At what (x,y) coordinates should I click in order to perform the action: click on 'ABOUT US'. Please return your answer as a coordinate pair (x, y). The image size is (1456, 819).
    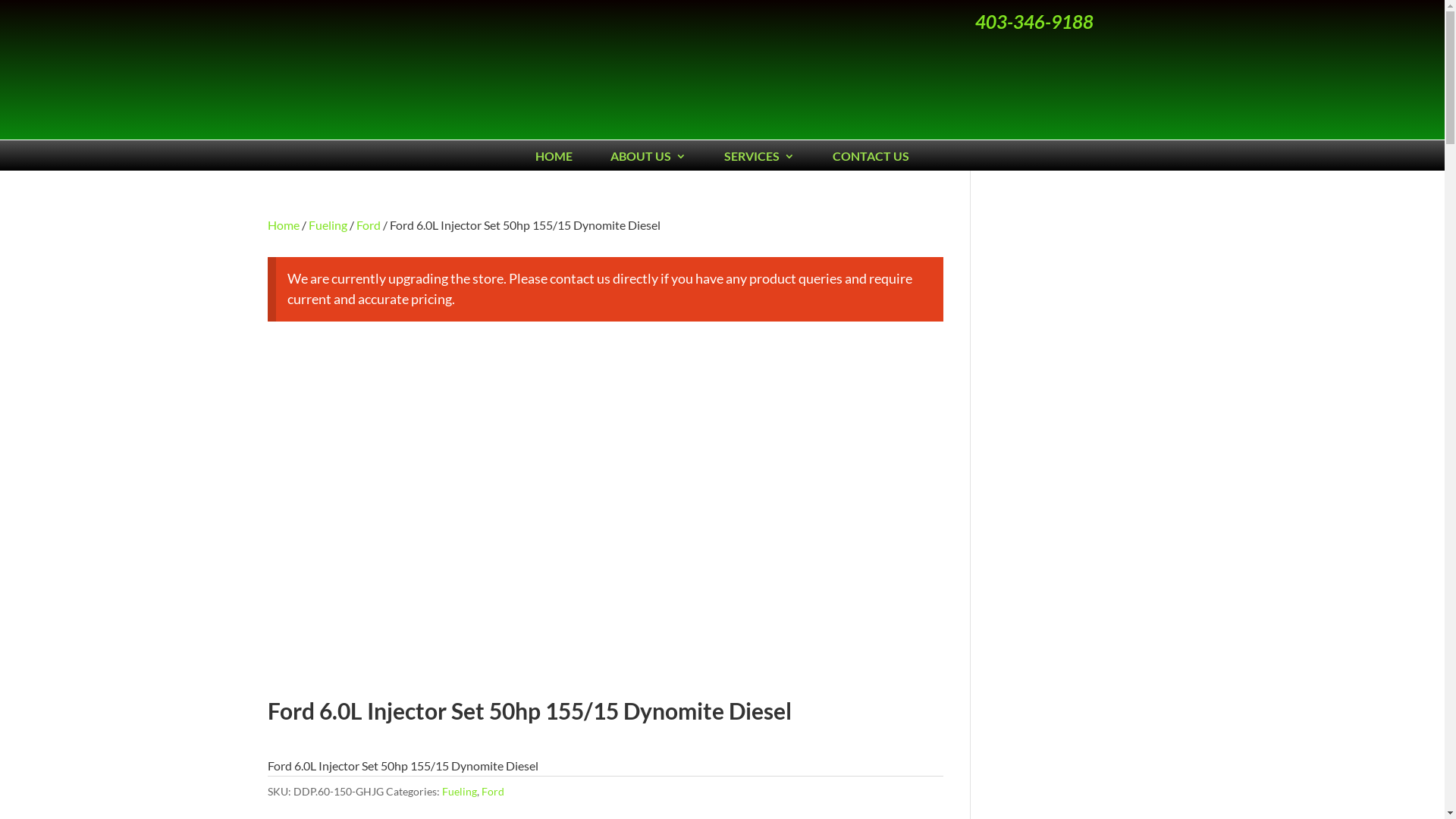
    Looking at the image, I should click on (648, 158).